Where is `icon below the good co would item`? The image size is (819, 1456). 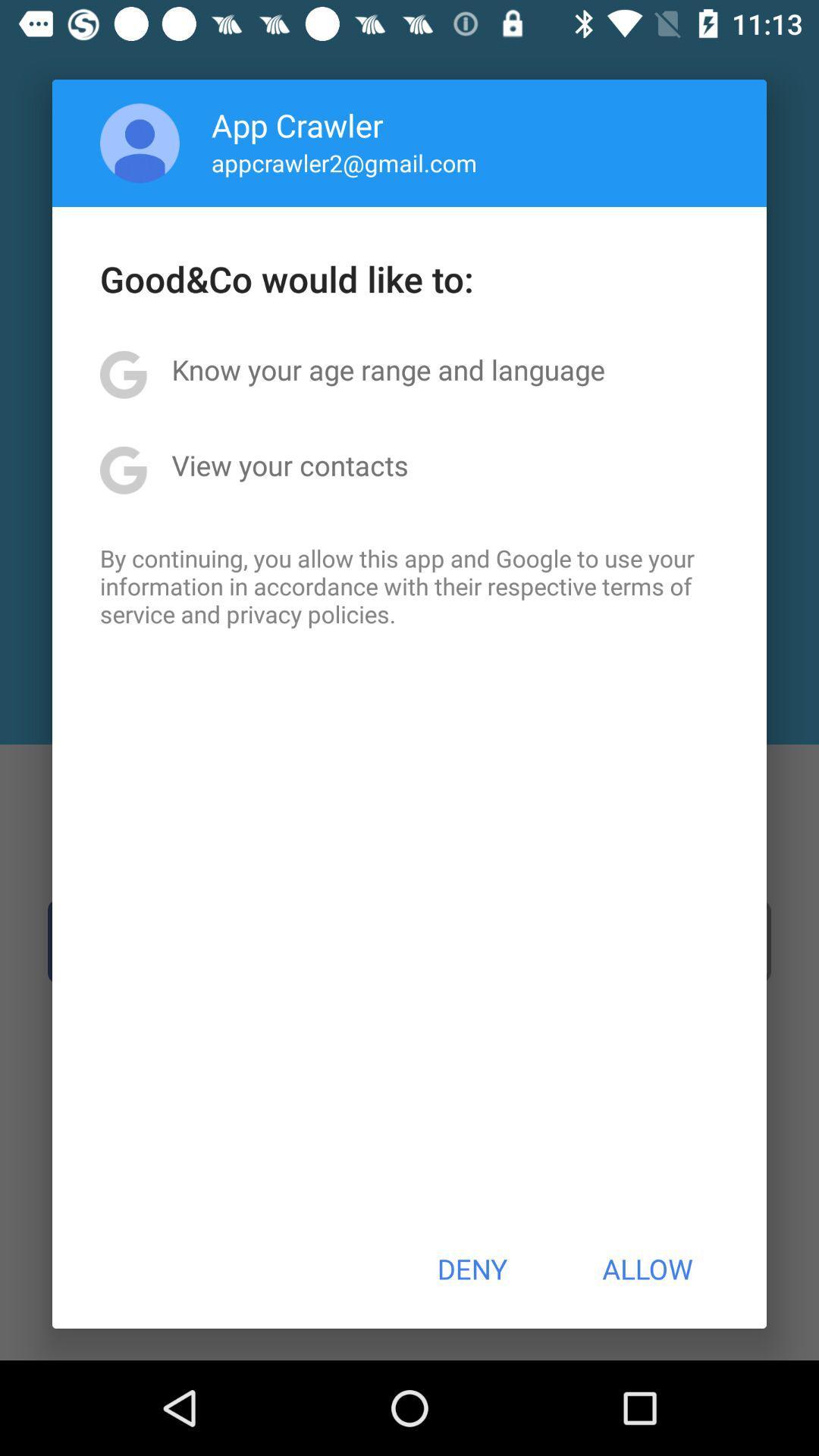
icon below the good co would item is located at coordinates (388, 369).